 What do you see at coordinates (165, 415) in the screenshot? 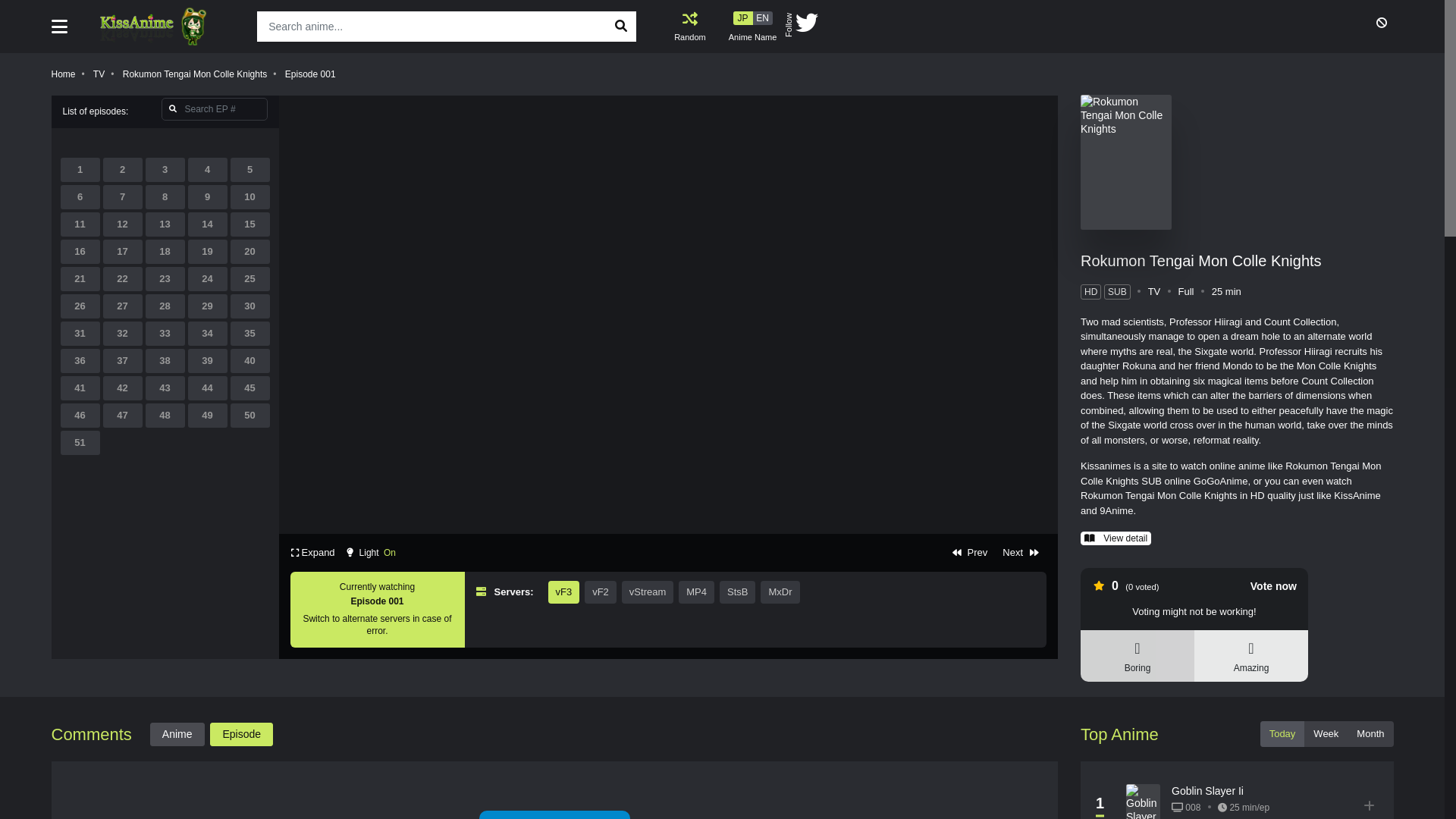
I see `'48'` at bounding box center [165, 415].